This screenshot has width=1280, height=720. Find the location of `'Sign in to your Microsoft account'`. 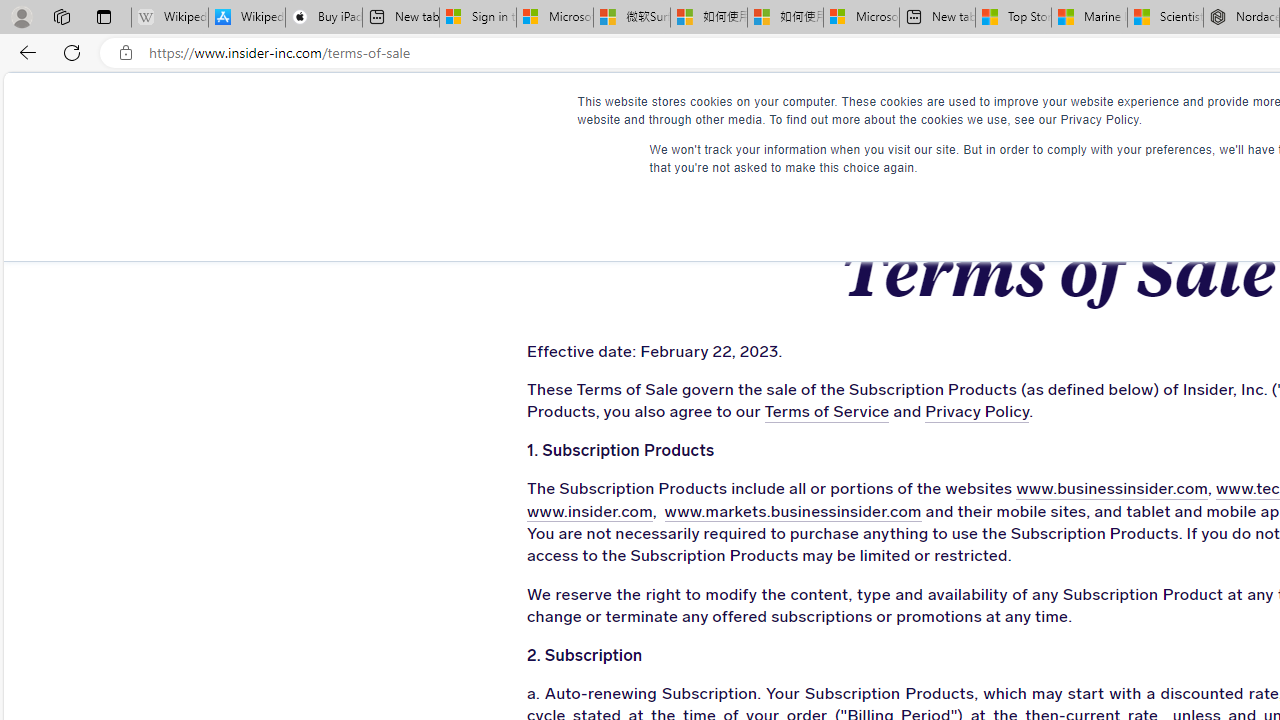

'Sign in to your Microsoft account' is located at coordinates (477, 17).